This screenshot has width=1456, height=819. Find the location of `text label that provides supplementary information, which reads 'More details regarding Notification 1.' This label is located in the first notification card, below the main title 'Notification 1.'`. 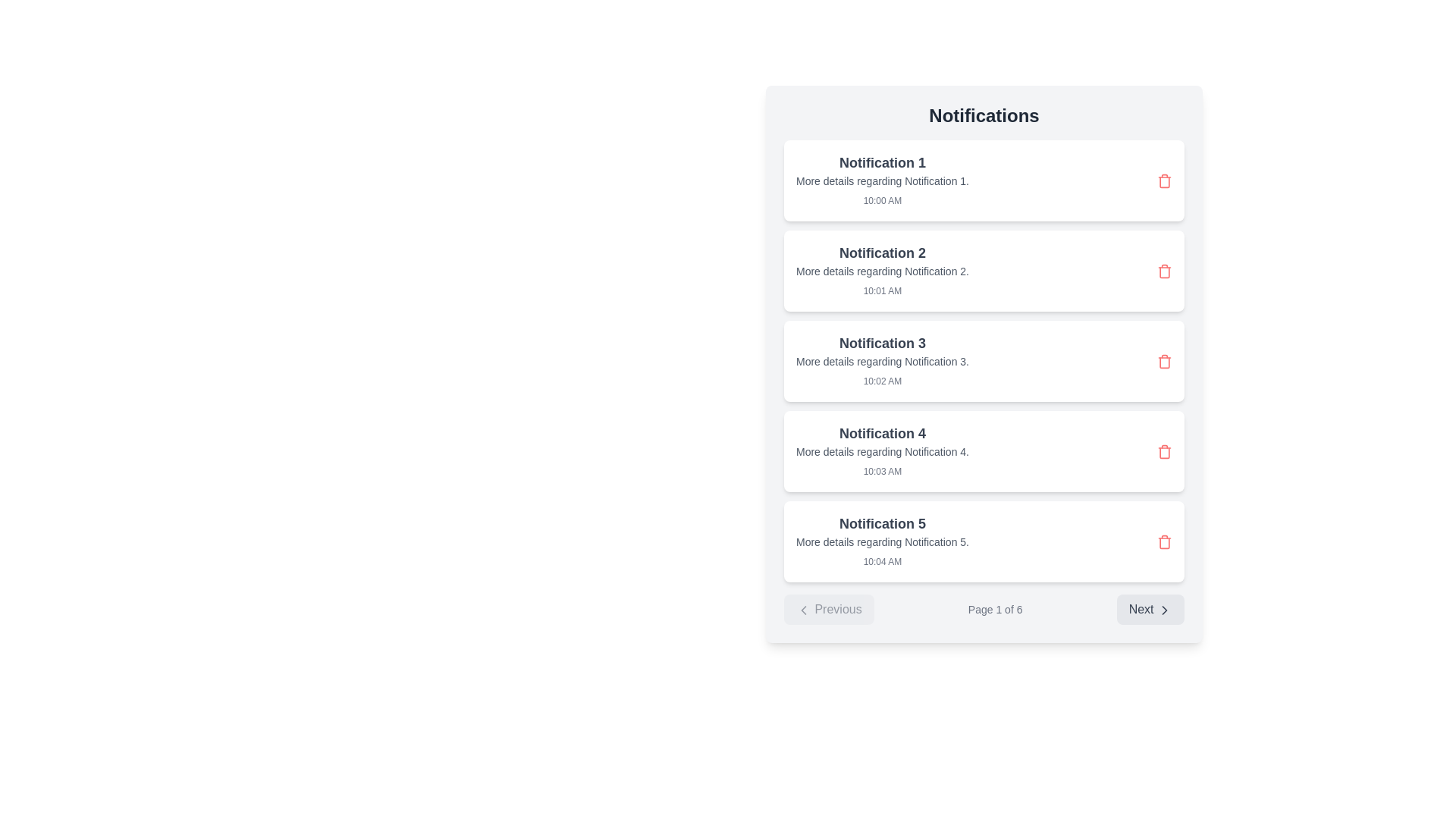

text label that provides supplementary information, which reads 'More details regarding Notification 1.' This label is located in the first notification card, below the main title 'Notification 1.' is located at coordinates (883, 180).